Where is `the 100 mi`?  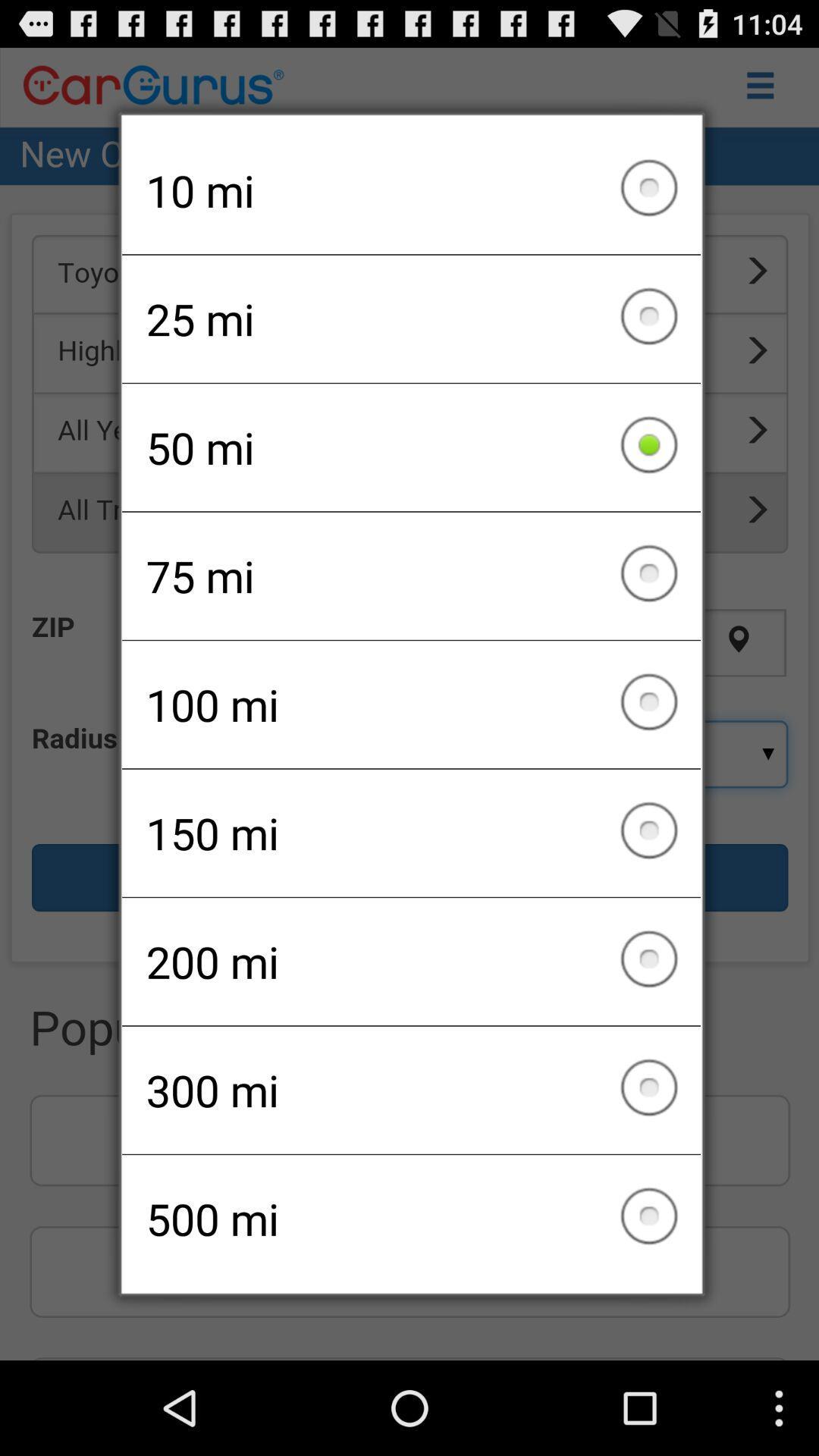
the 100 mi is located at coordinates (411, 704).